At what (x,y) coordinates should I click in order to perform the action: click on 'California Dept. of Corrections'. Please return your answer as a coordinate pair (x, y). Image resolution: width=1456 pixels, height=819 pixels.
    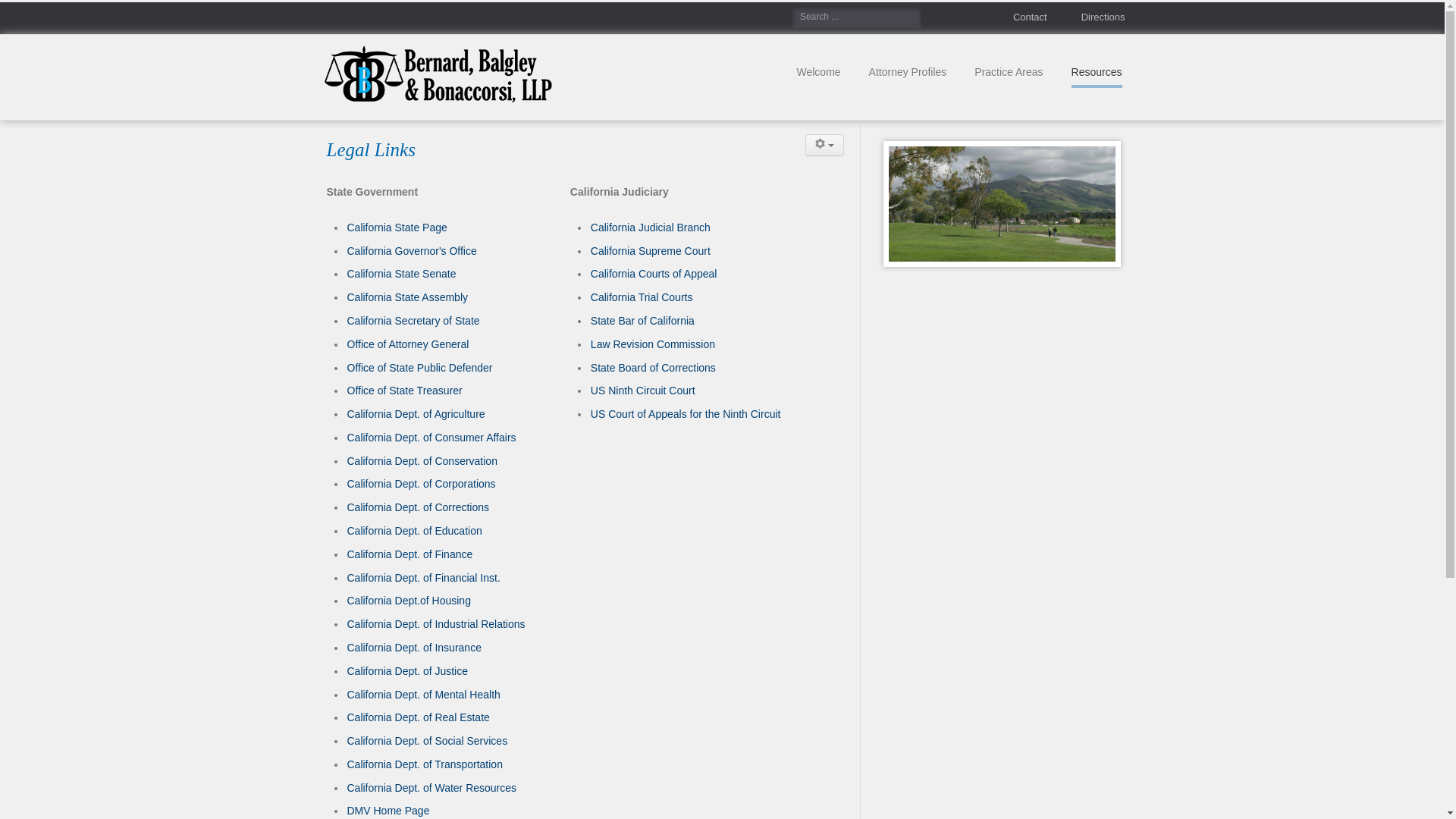
    Looking at the image, I should click on (419, 507).